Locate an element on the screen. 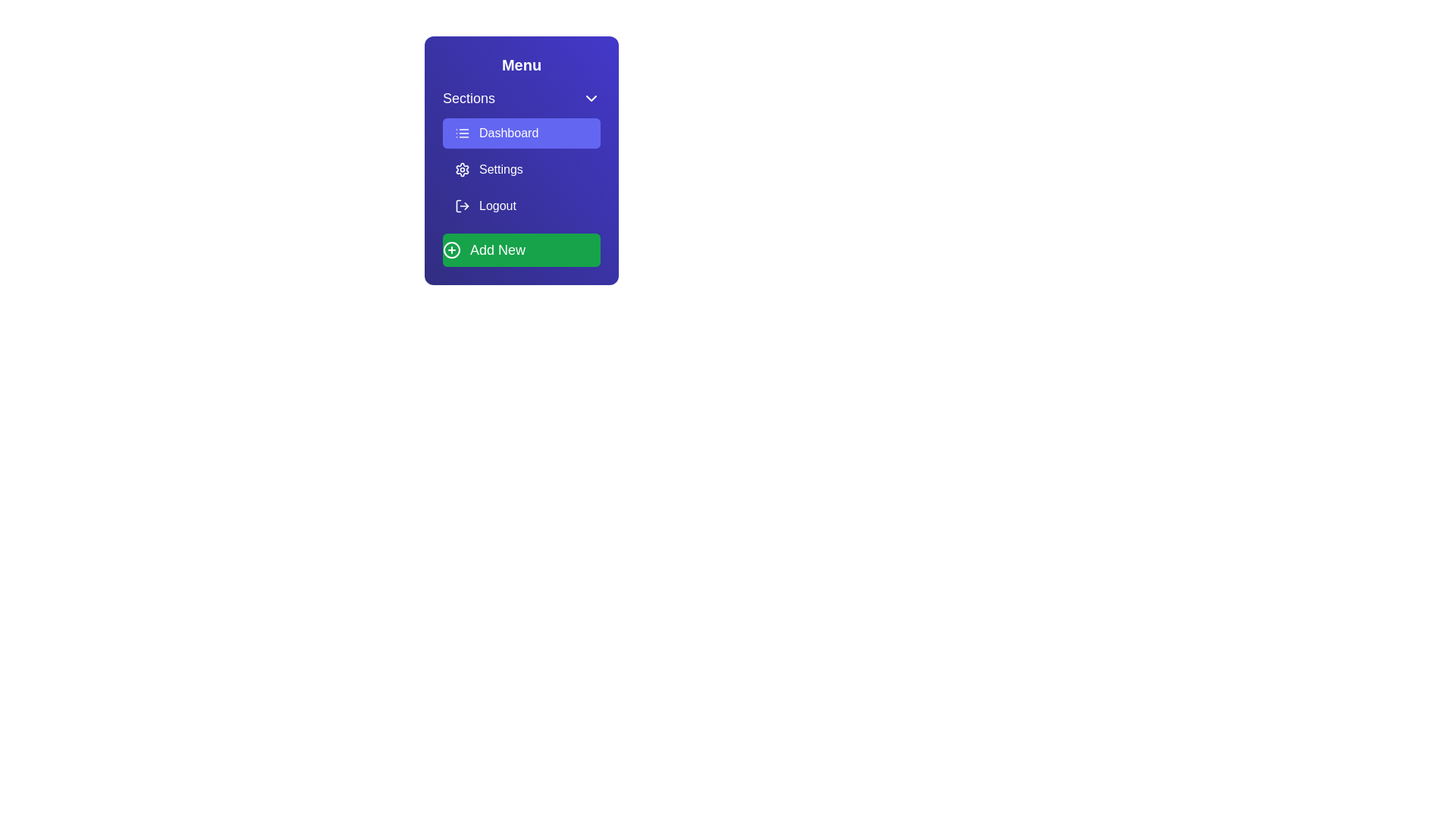 This screenshot has height=819, width=1456. the text element Menu for reading or copying is located at coordinates (521, 64).